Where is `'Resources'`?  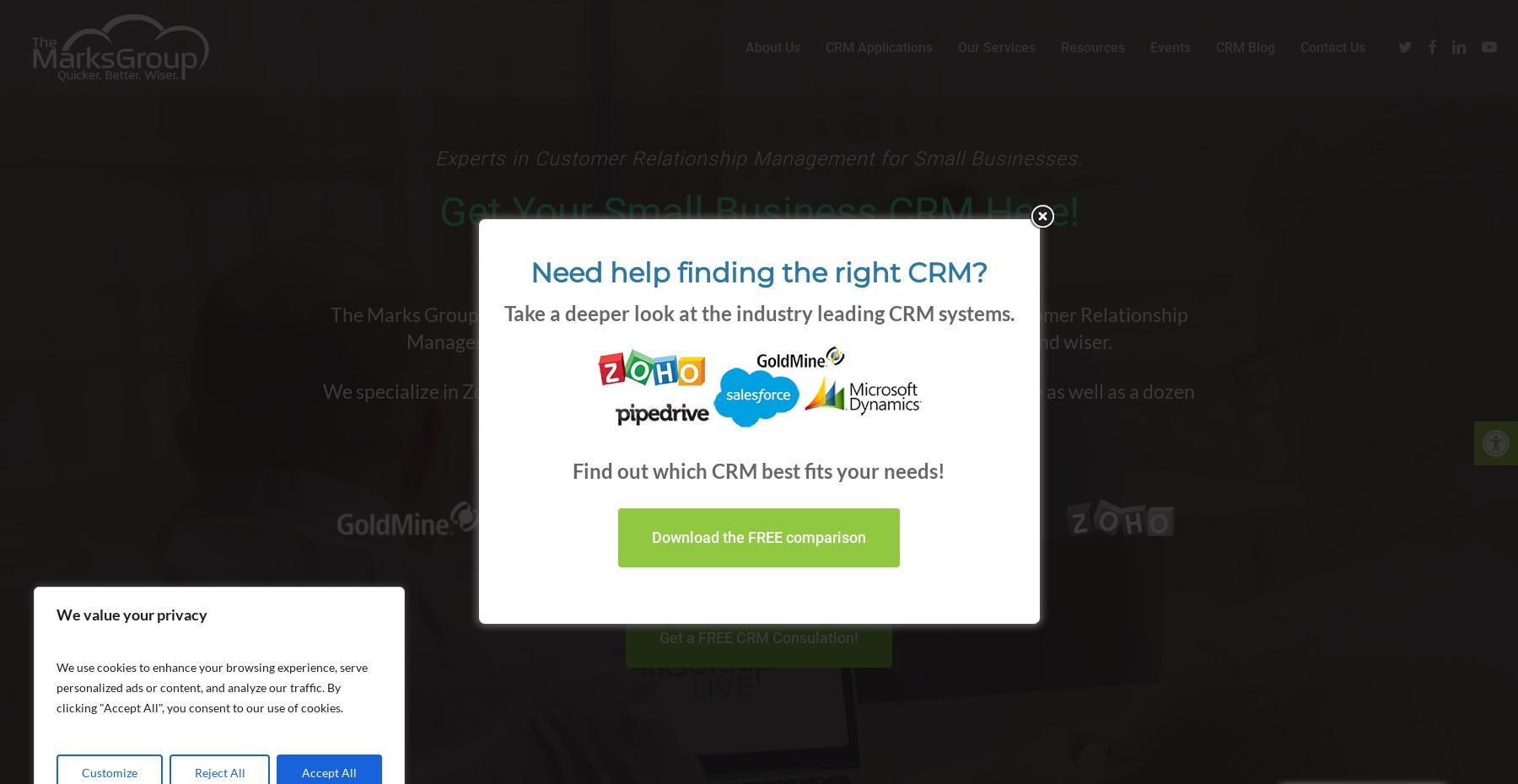 'Resources' is located at coordinates (1093, 53).